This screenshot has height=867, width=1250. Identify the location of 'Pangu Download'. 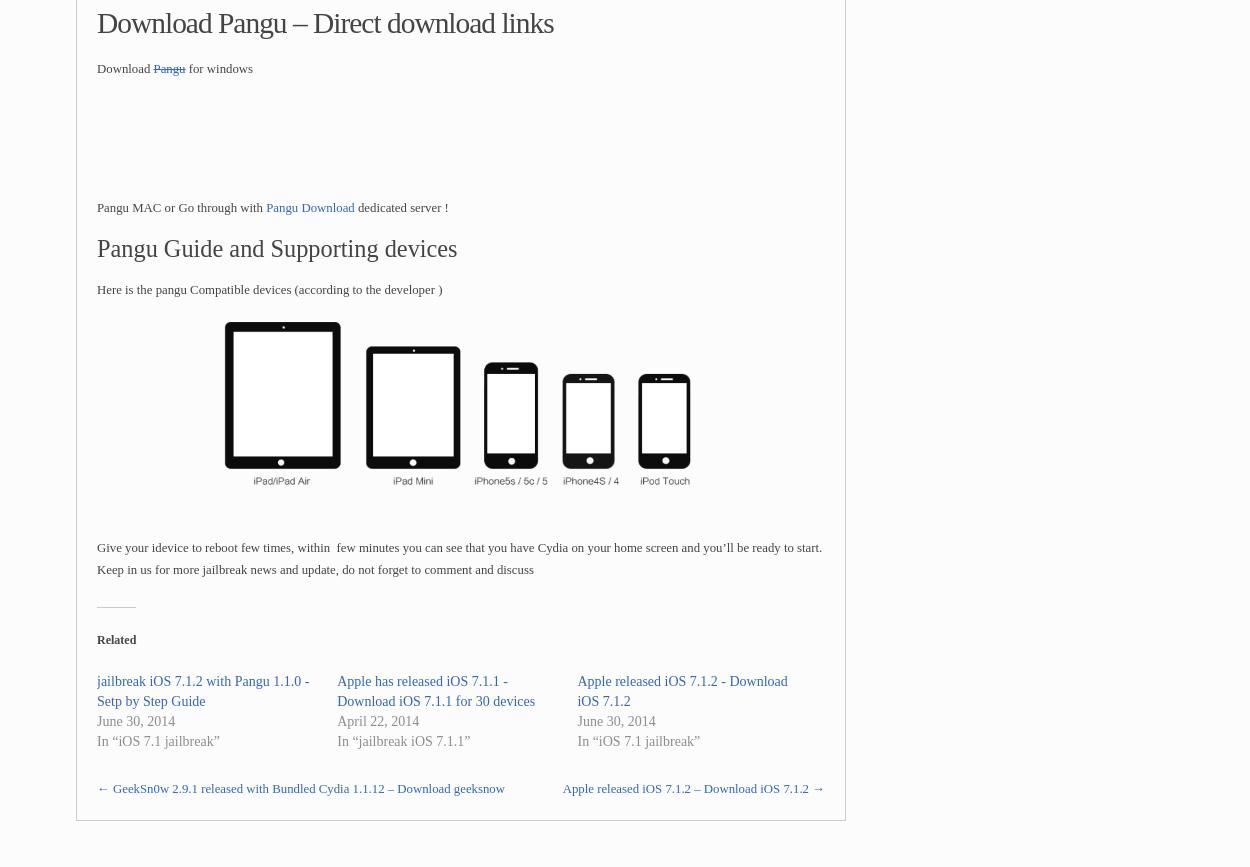
(310, 207).